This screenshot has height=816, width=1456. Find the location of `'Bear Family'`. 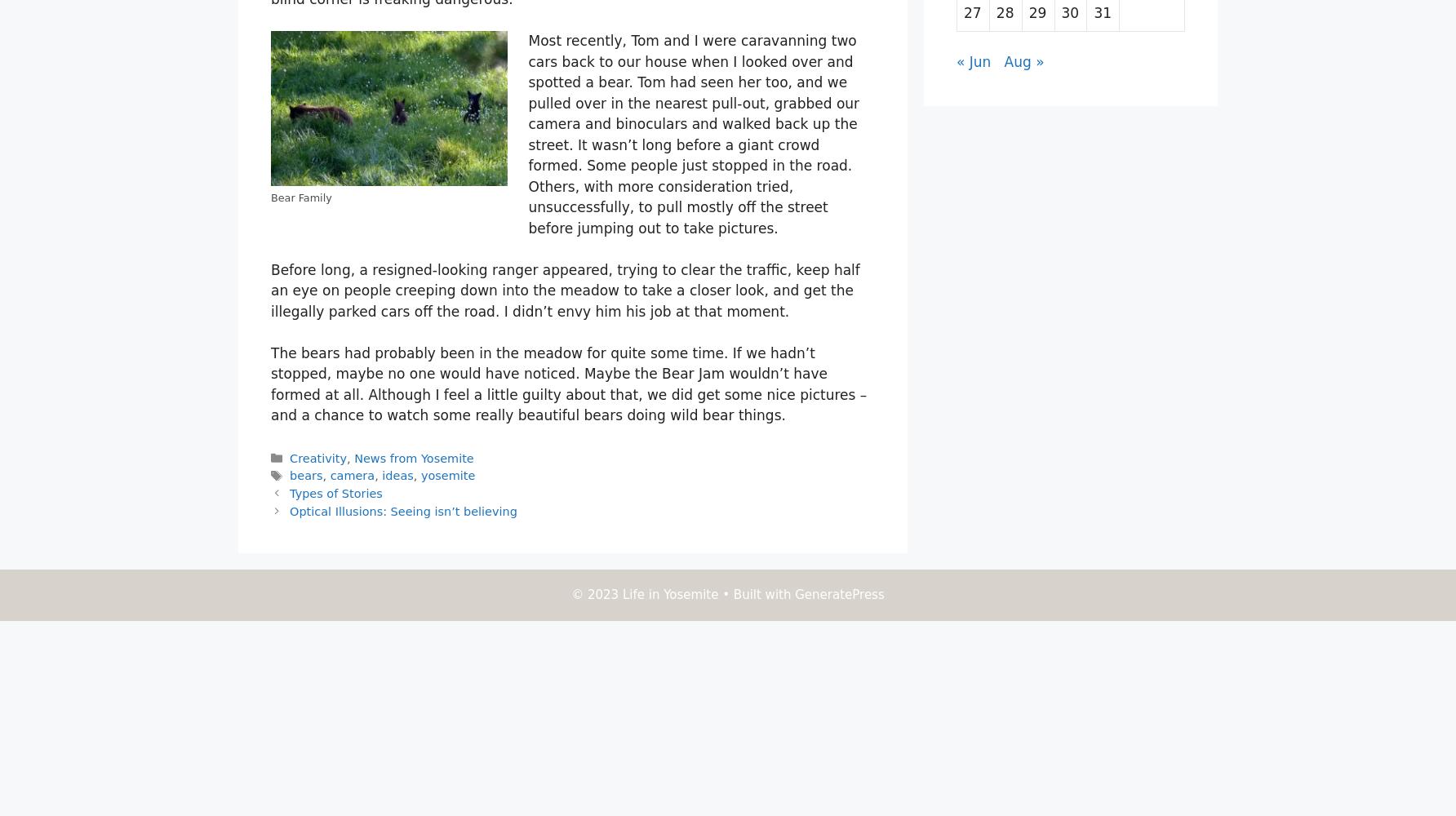

'Bear Family' is located at coordinates (300, 196).